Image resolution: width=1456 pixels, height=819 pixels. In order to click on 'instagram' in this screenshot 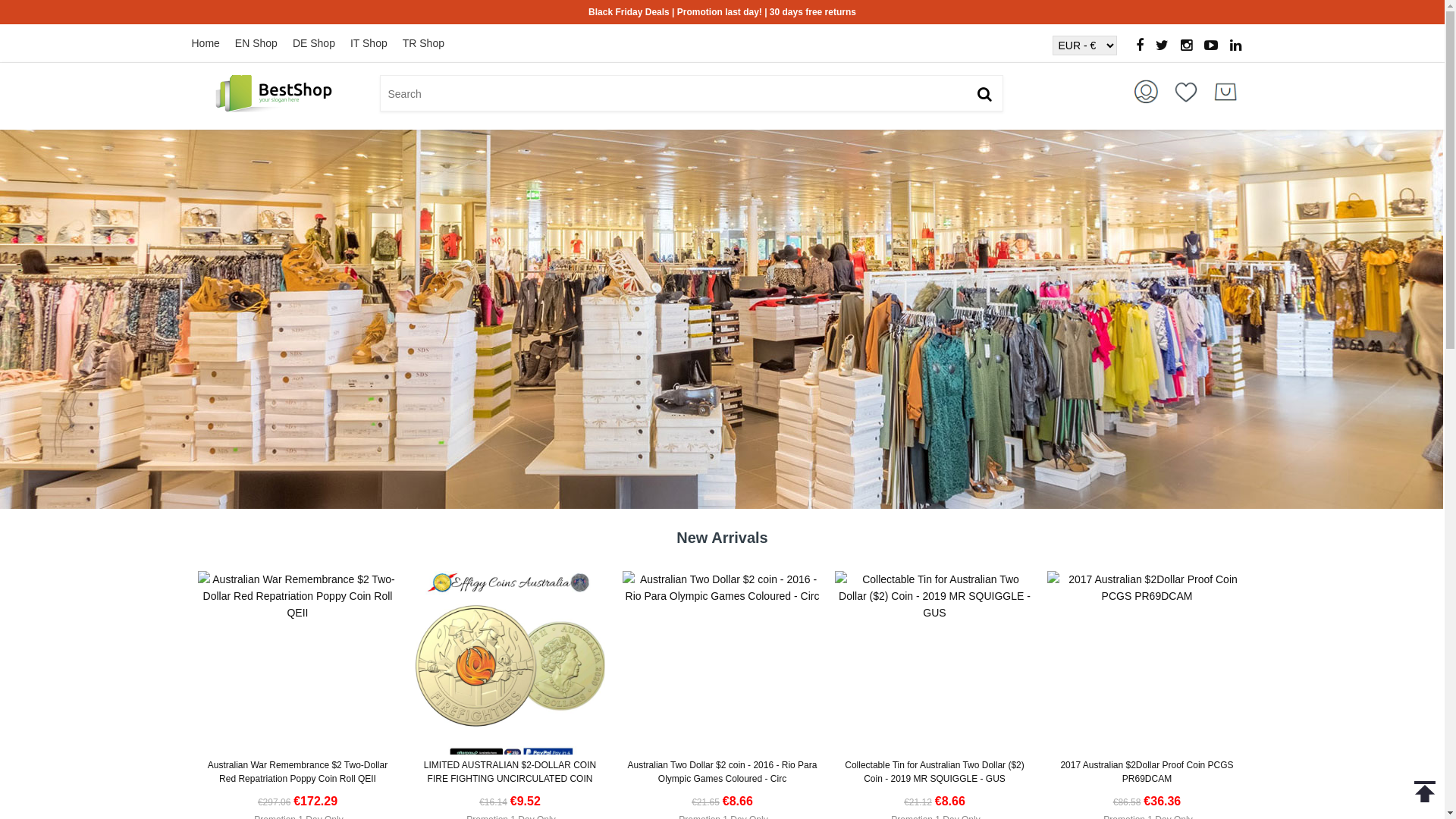, I will do `click(1185, 45)`.